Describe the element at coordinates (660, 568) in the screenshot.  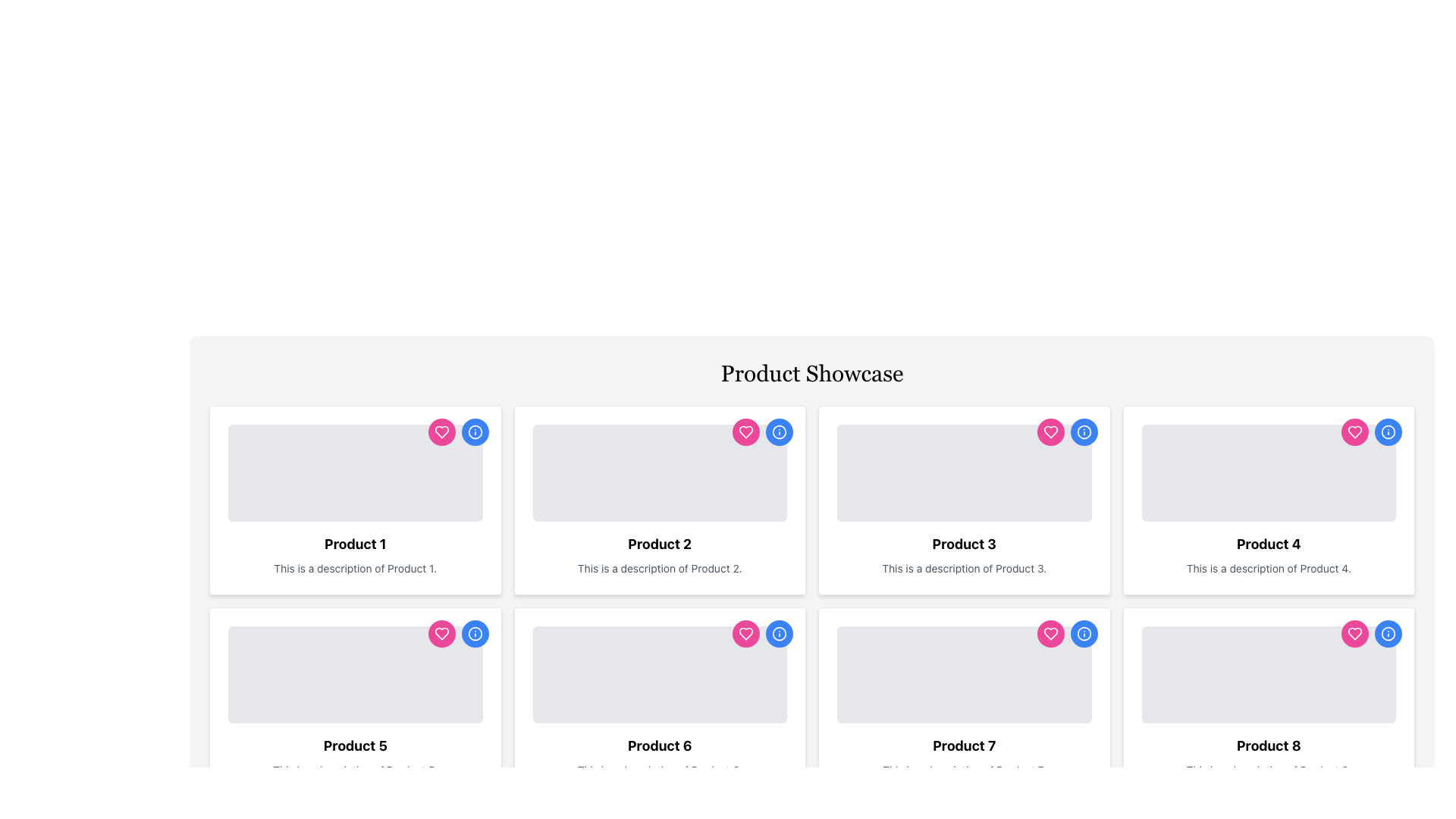
I see `the text label that reads 'This is a description of Product 2' located under the title 'Product 2' in the second product card of the grid layout` at that location.